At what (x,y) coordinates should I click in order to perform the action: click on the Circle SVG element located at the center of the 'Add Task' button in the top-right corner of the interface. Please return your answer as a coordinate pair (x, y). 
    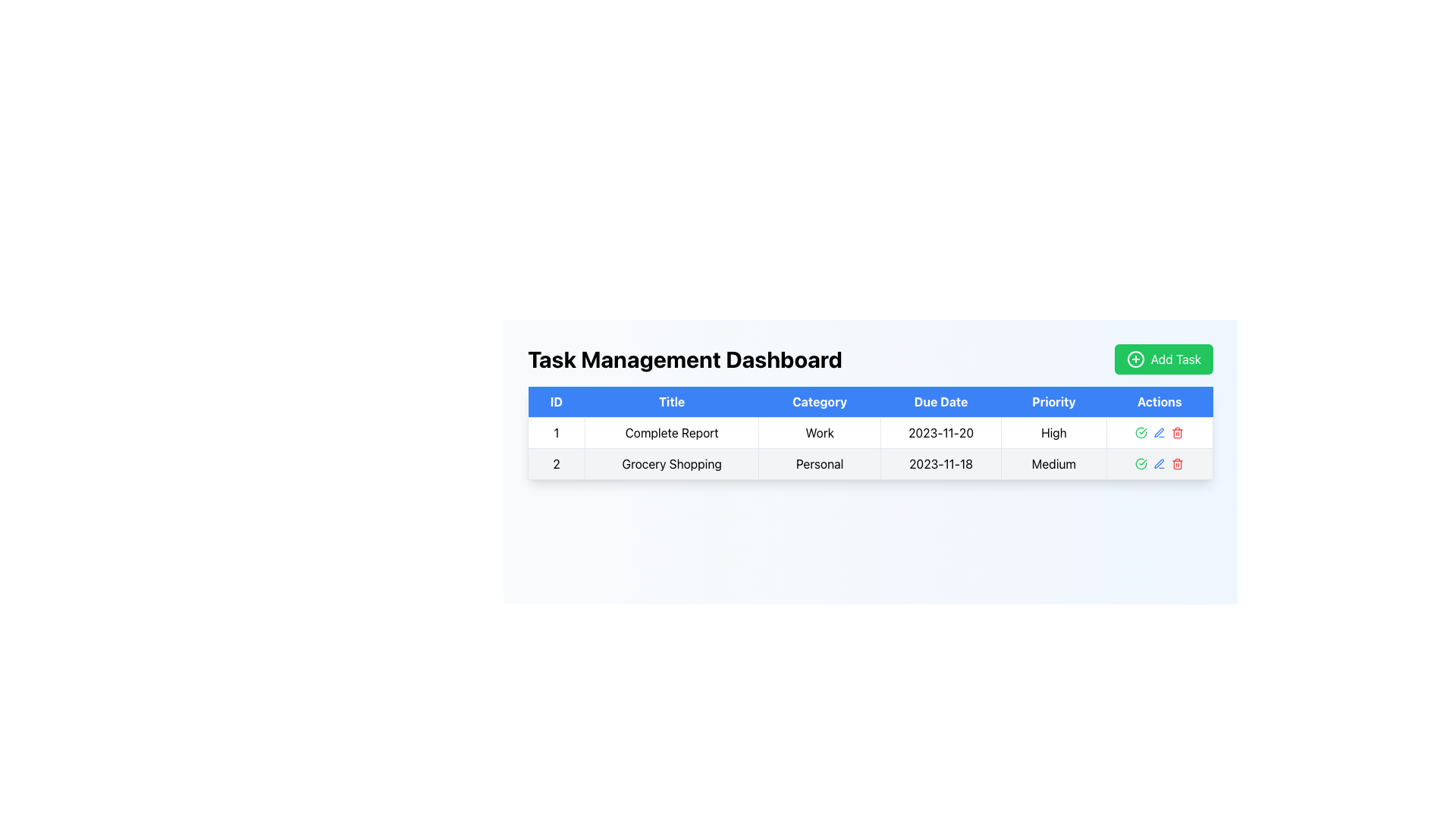
    Looking at the image, I should click on (1135, 359).